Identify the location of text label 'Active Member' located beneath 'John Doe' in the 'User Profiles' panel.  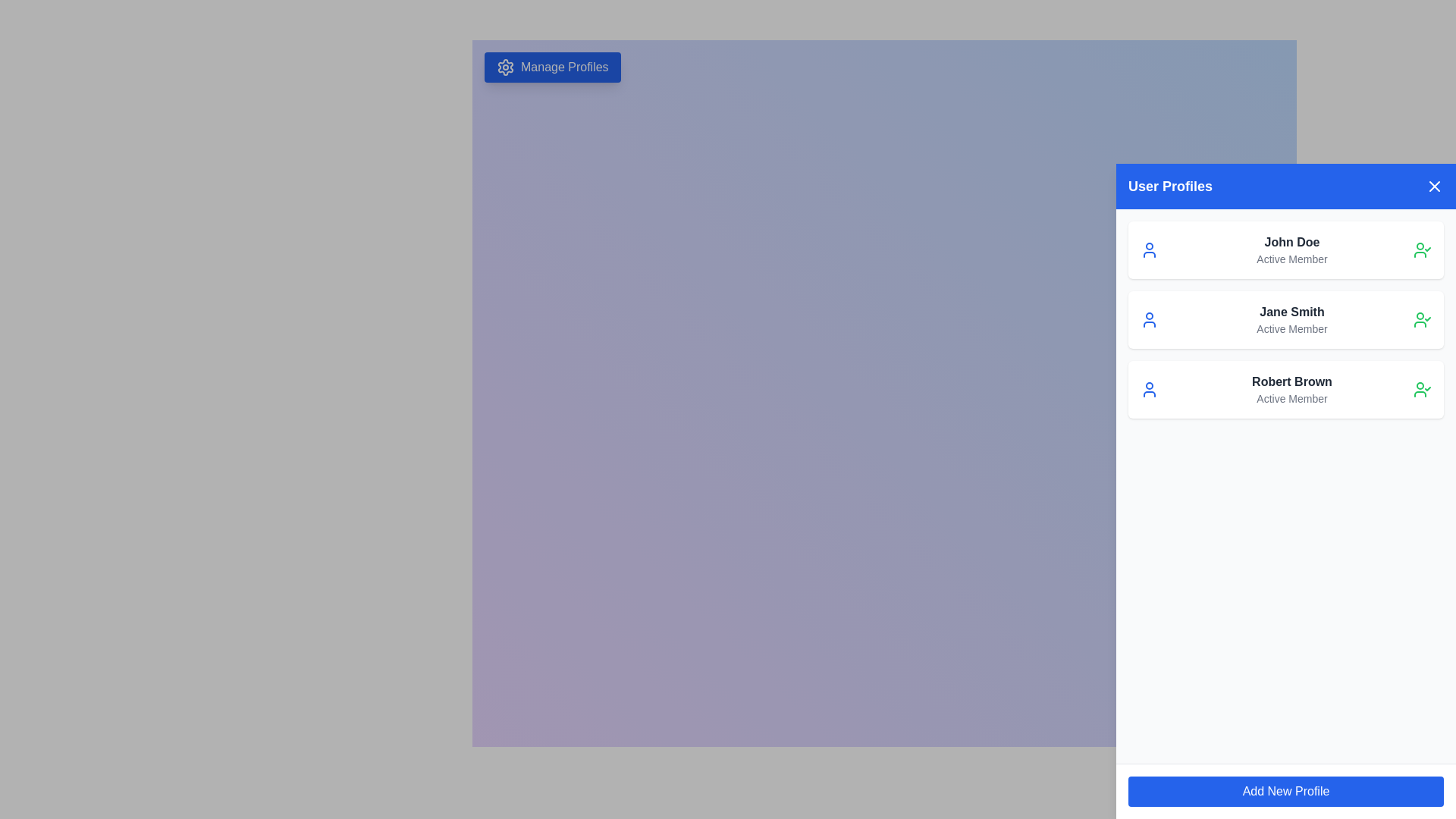
(1291, 259).